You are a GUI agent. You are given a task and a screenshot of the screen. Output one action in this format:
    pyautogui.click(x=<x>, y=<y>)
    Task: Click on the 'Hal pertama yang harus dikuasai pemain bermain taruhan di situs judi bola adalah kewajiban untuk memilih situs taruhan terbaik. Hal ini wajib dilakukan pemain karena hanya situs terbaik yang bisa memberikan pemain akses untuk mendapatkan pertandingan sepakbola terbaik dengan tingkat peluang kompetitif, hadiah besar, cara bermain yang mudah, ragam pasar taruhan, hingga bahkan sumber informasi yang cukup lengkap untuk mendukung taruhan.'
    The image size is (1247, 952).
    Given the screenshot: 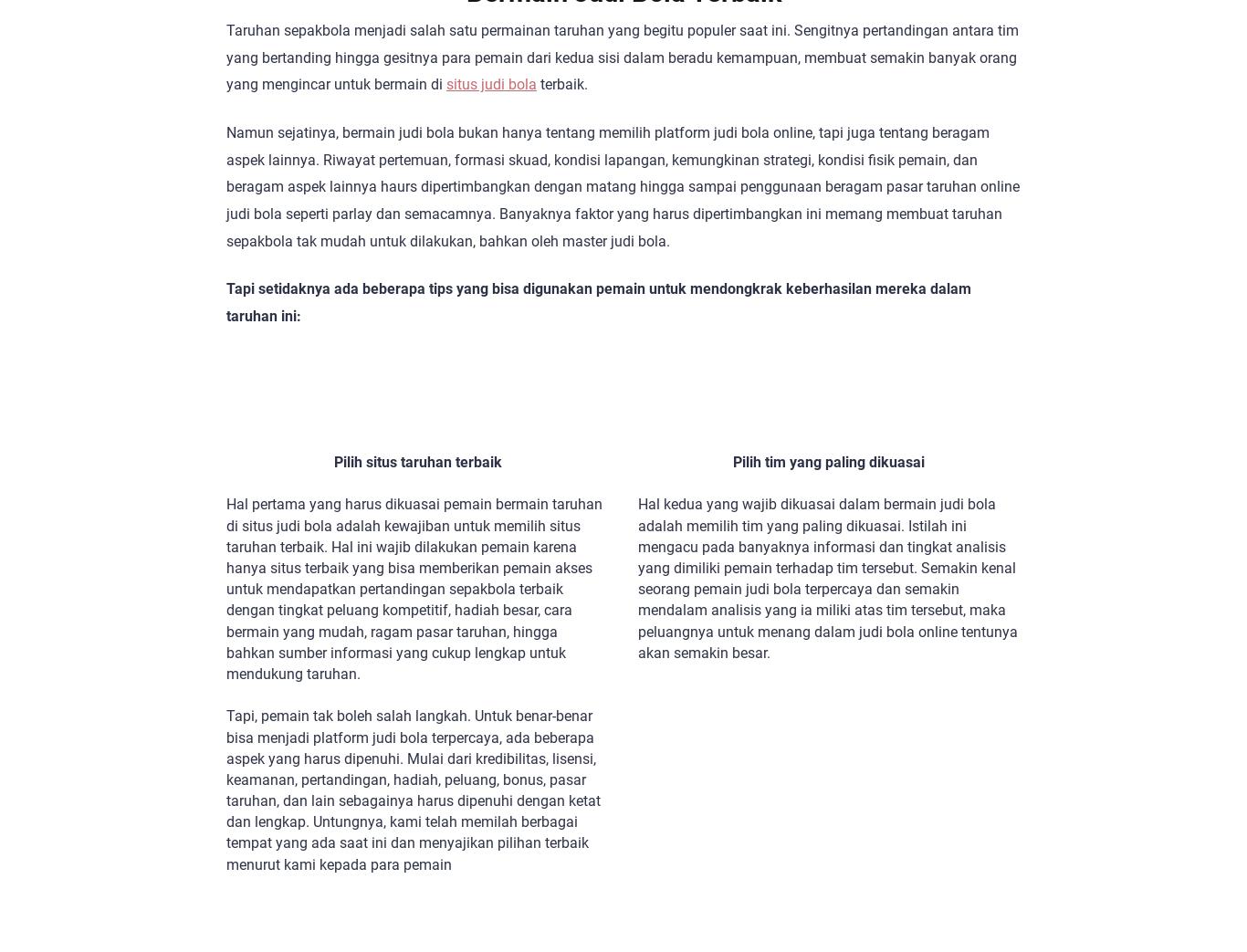 What is the action you would take?
    pyautogui.click(x=226, y=587)
    